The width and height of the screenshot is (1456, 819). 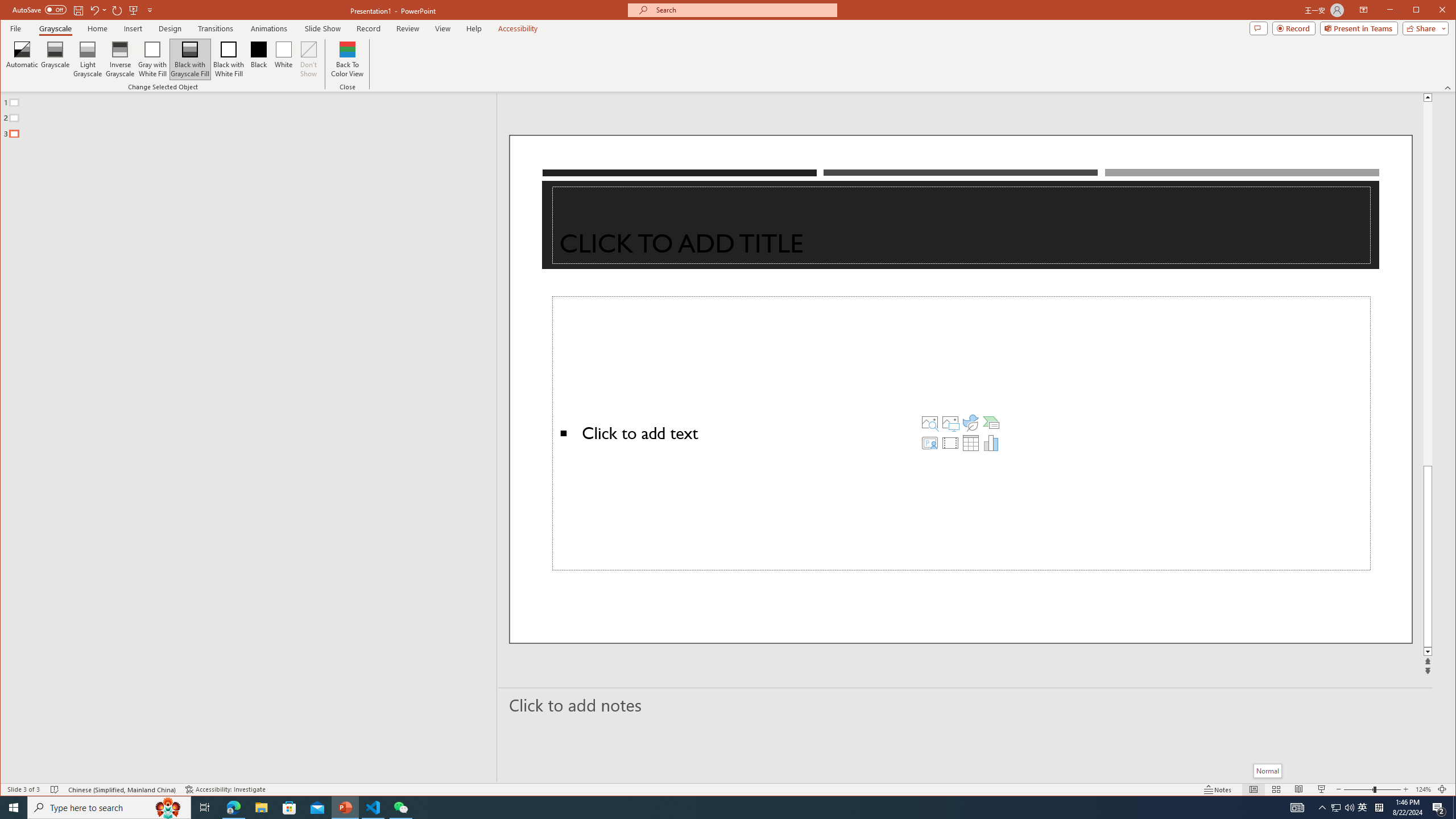 What do you see at coordinates (55, 28) in the screenshot?
I see `'Grayscale'` at bounding box center [55, 28].